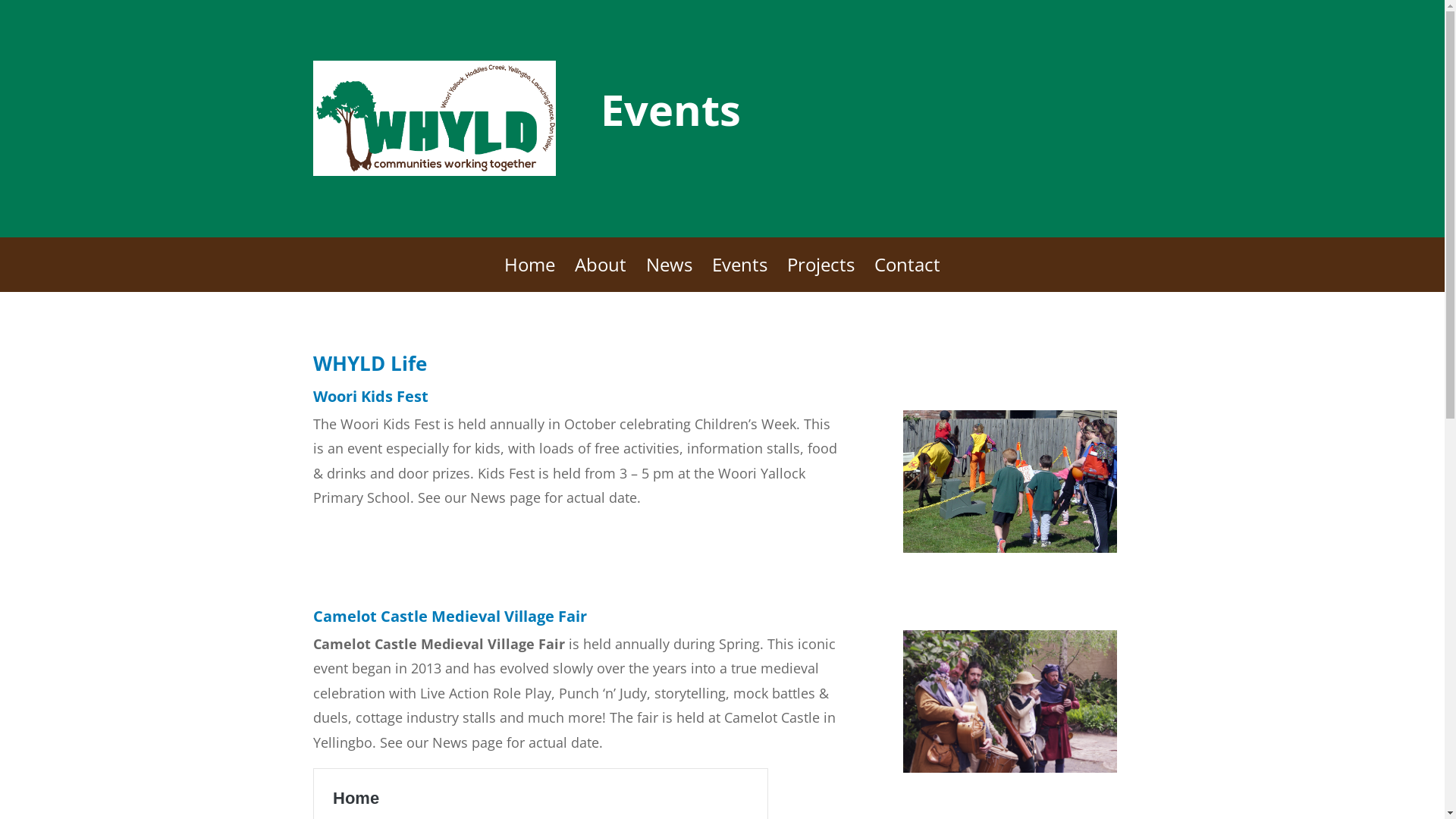 The image size is (1456, 819). Describe the element at coordinates (907, 275) in the screenshot. I see `'Contact'` at that location.